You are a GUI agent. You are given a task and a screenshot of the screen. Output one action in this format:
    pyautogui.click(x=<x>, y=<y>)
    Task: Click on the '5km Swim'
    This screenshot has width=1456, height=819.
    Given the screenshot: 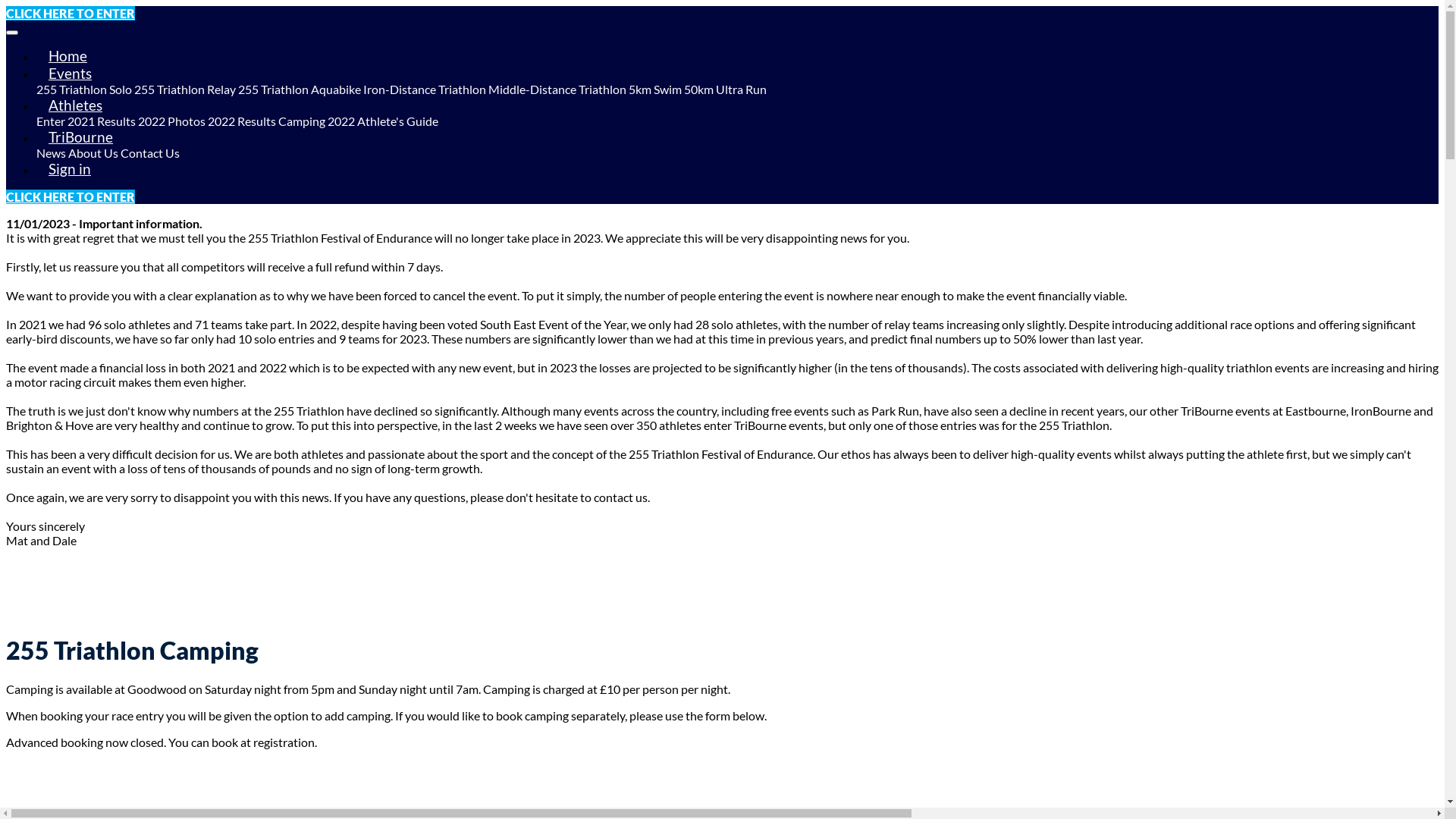 What is the action you would take?
    pyautogui.click(x=655, y=89)
    